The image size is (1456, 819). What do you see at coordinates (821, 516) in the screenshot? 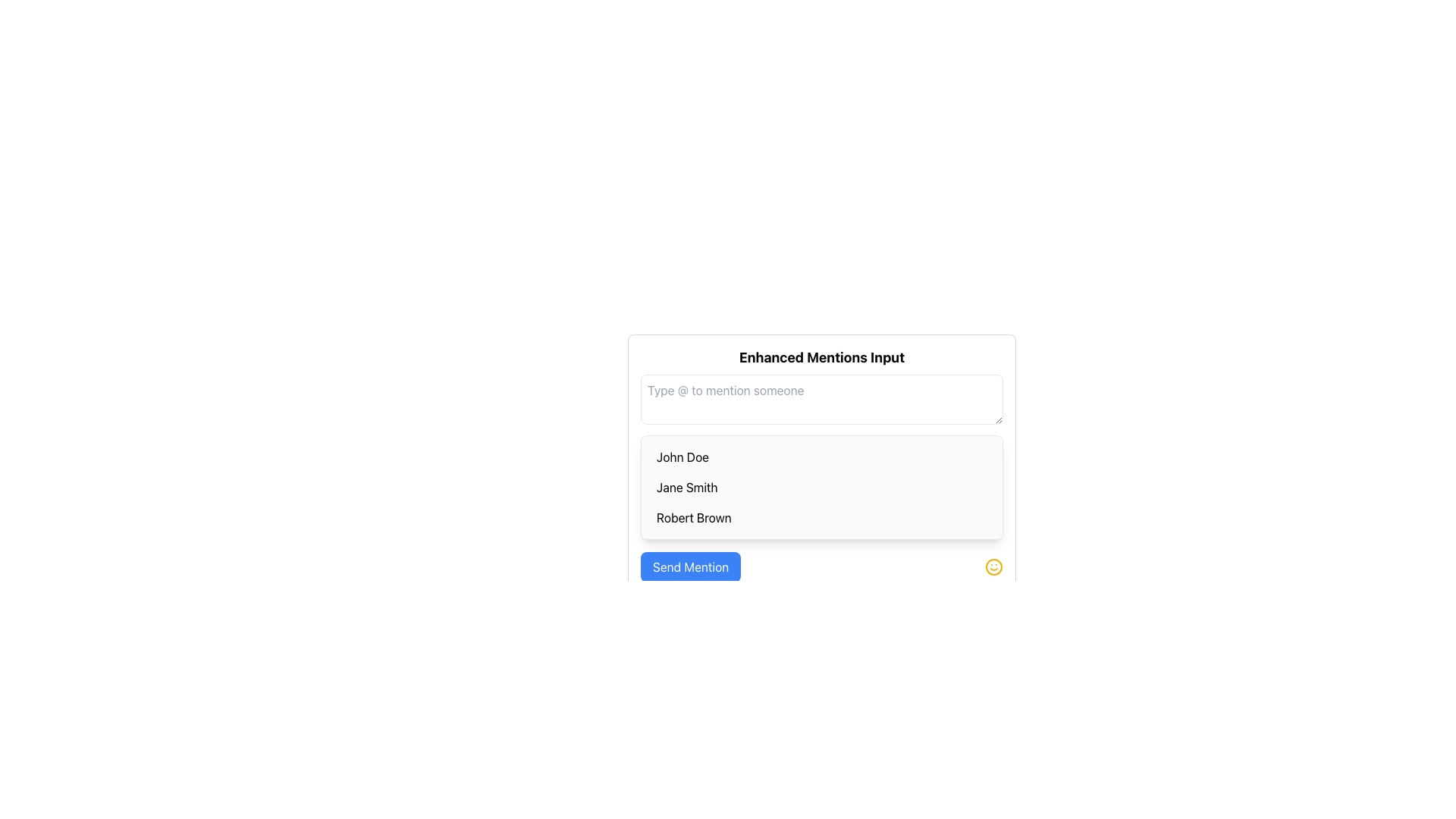
I see `the third selectable item labeled 'Robert Brown' in the dropdown list` at bounding box center [821, 516].